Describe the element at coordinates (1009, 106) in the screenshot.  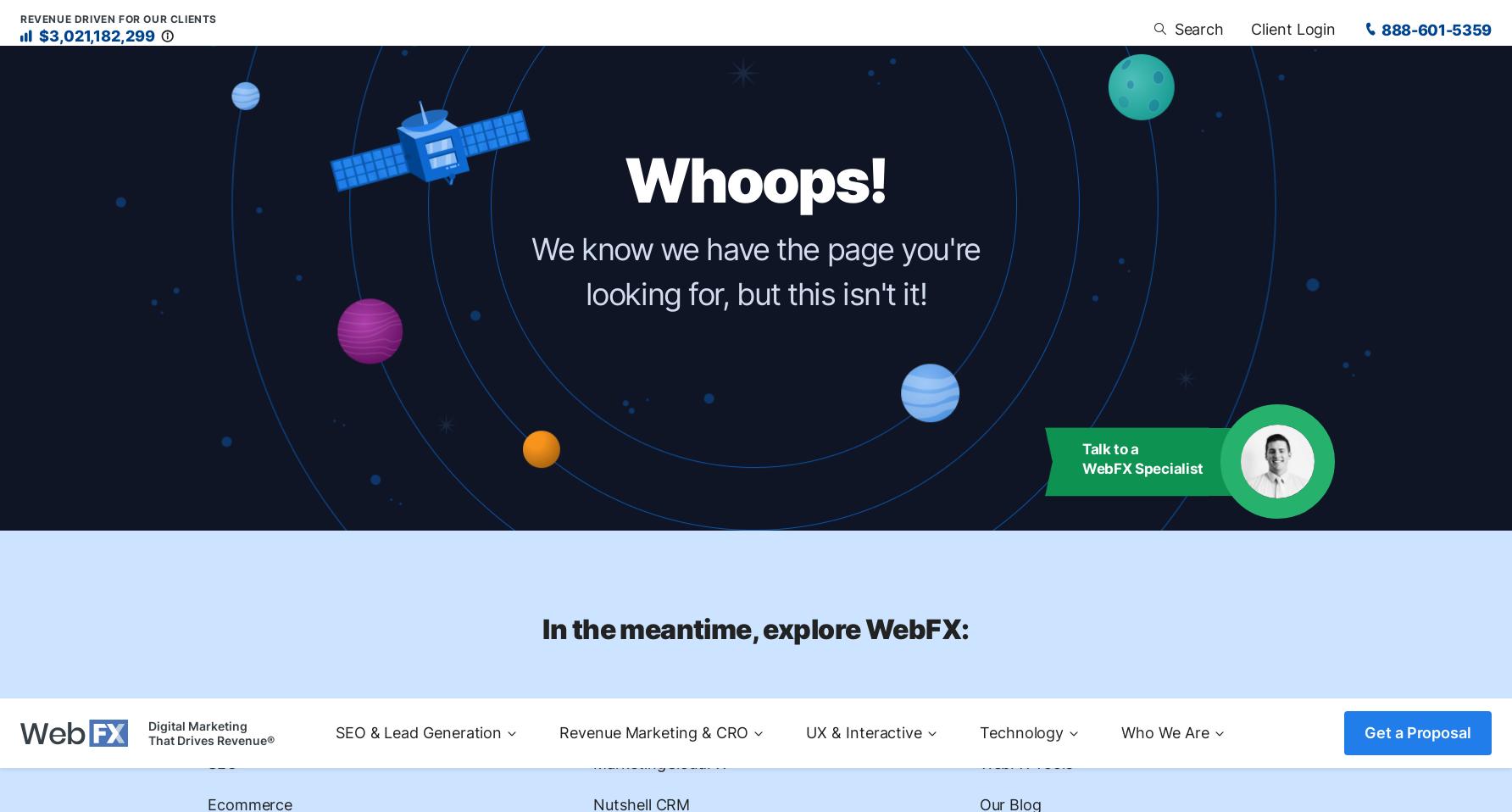
I see `'Our Blog'` at that location.